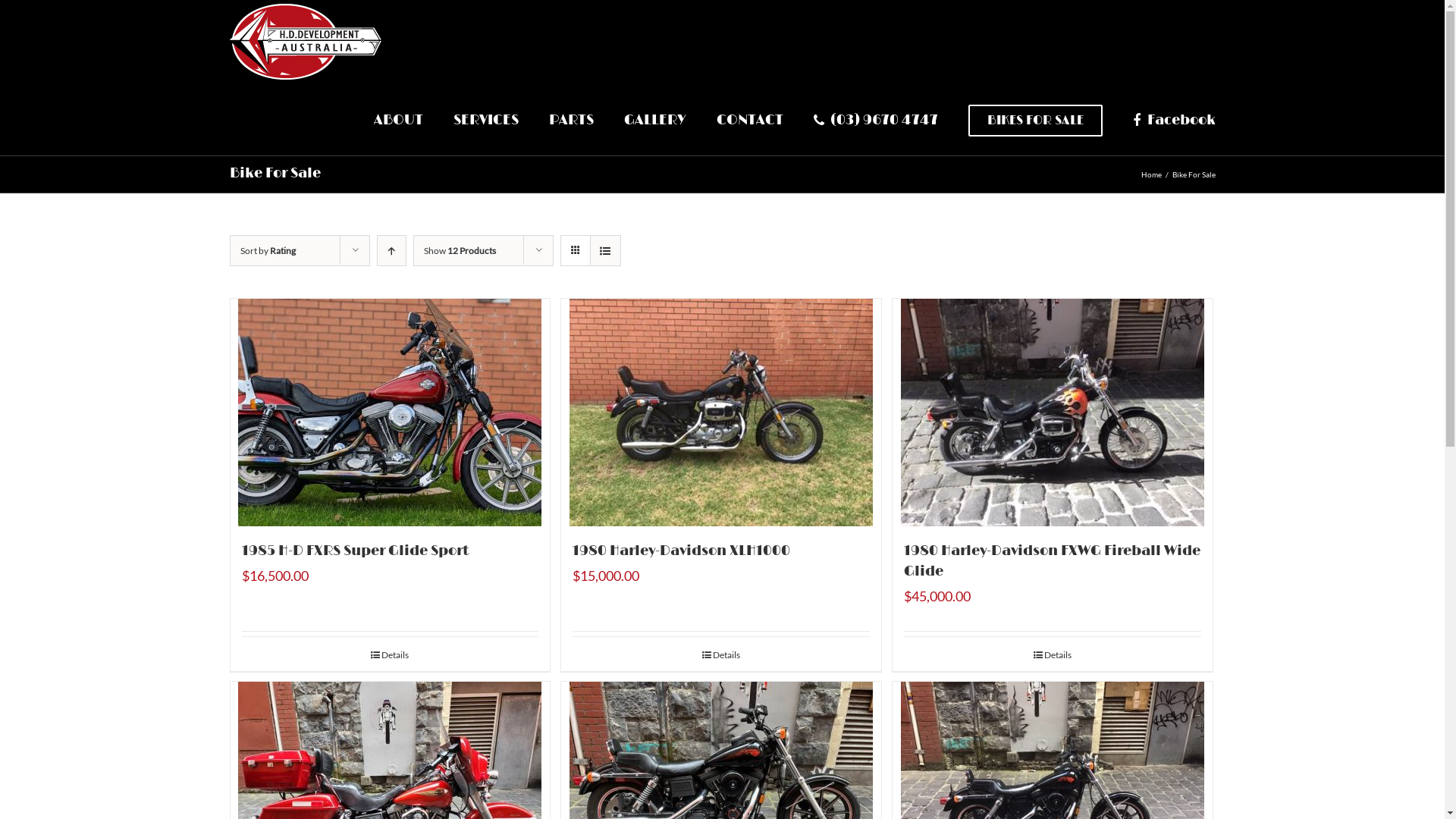 This screenshot has width=1456, height=819. Describe the element at coordinates (1034, 118) in the screenshot. I see `'BIKES FOR SALE'` at that location.